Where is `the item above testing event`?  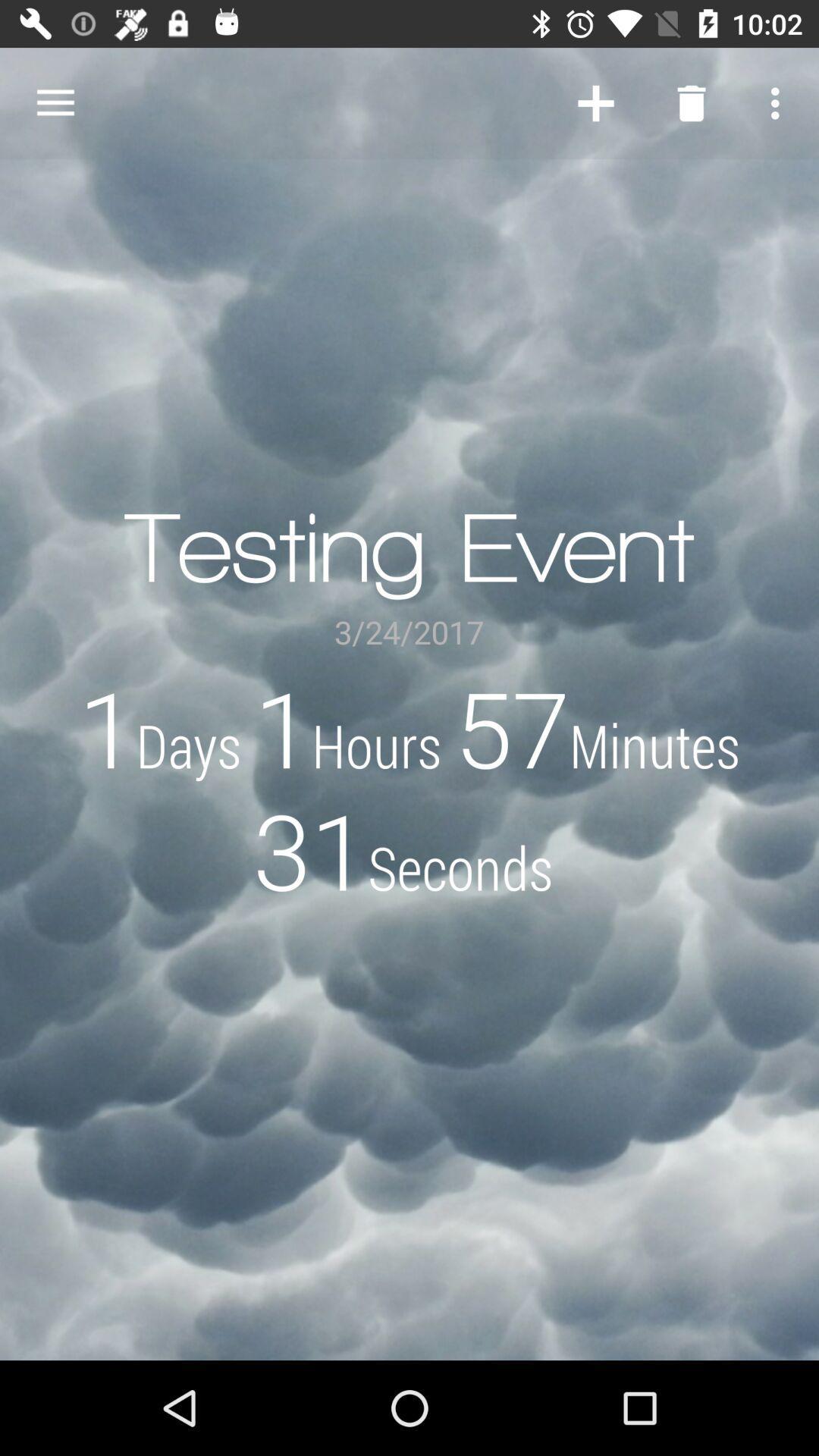 the item above testing event is located at coordinates (691, 102).